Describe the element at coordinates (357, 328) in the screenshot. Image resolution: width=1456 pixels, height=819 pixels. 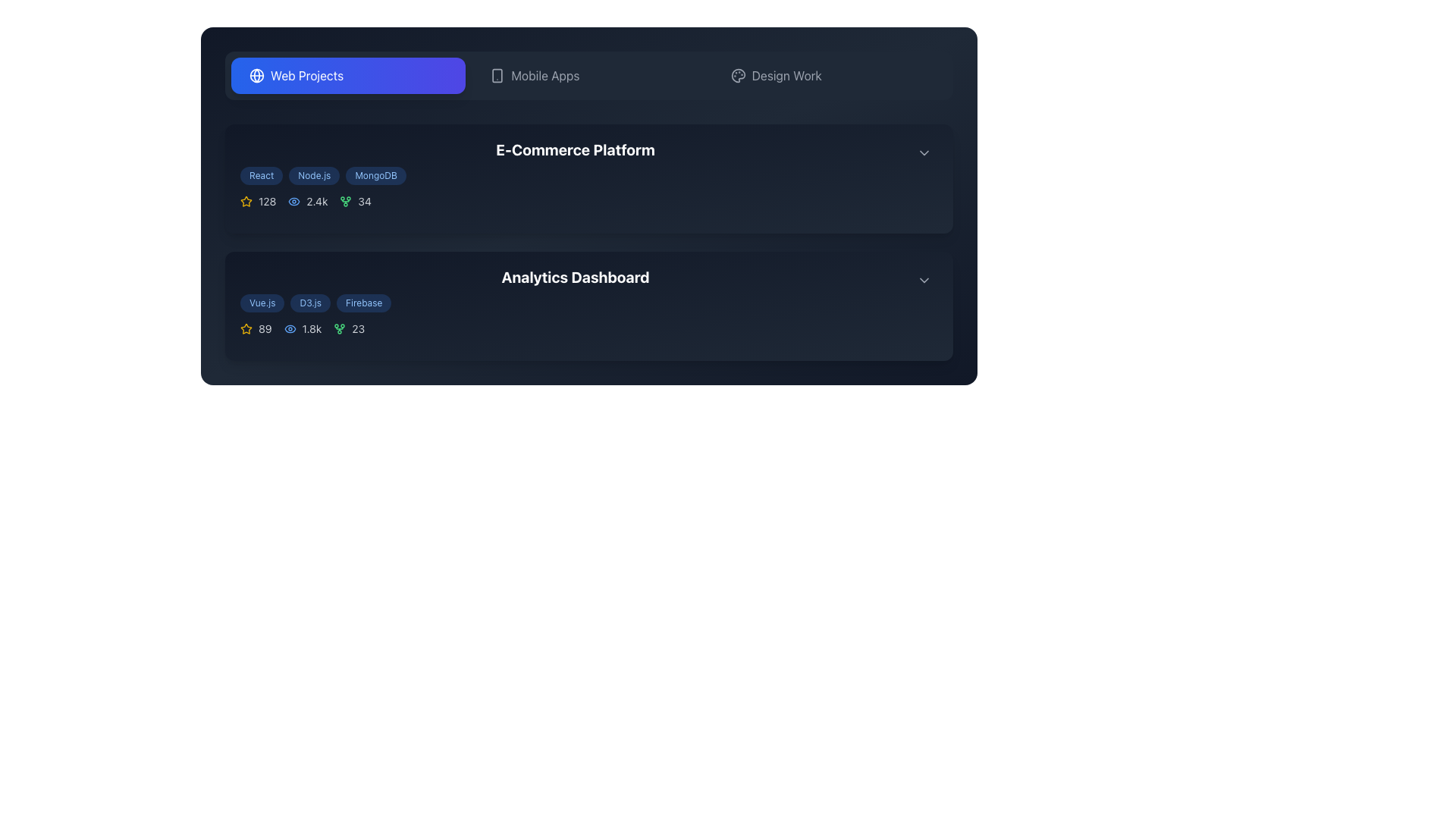
I see `the numeric text display '23' styled in gray on the dark background, located at the bottom of the 'Analytics Dashboard' section` at that location.